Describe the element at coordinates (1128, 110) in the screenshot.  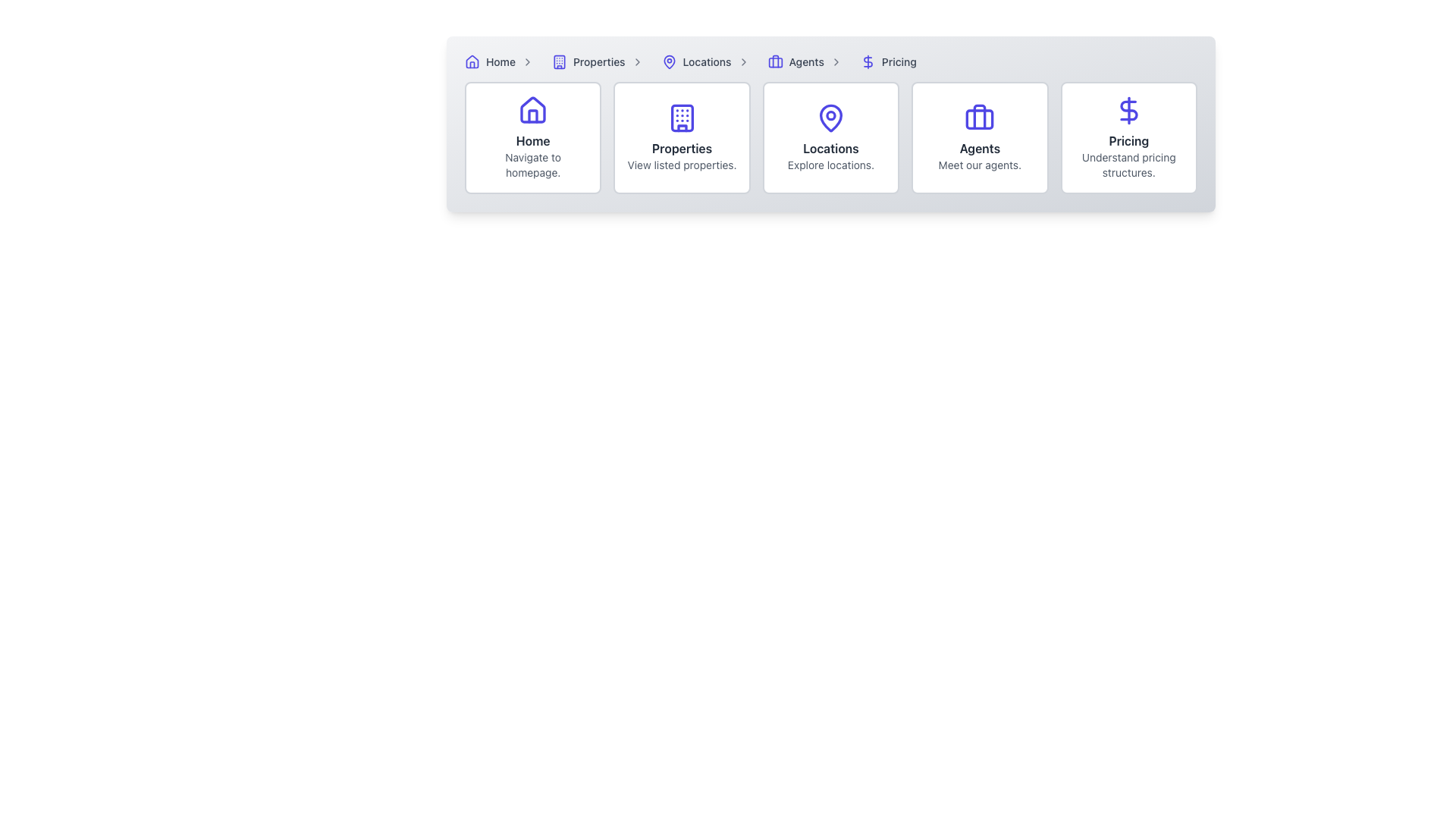
I see `the purple dollar sign icon located at the top of the 'Pricing' card, which is the last card in a row, above the text 'Pricing' and the description 'Understand pricing structures.'` at that location.